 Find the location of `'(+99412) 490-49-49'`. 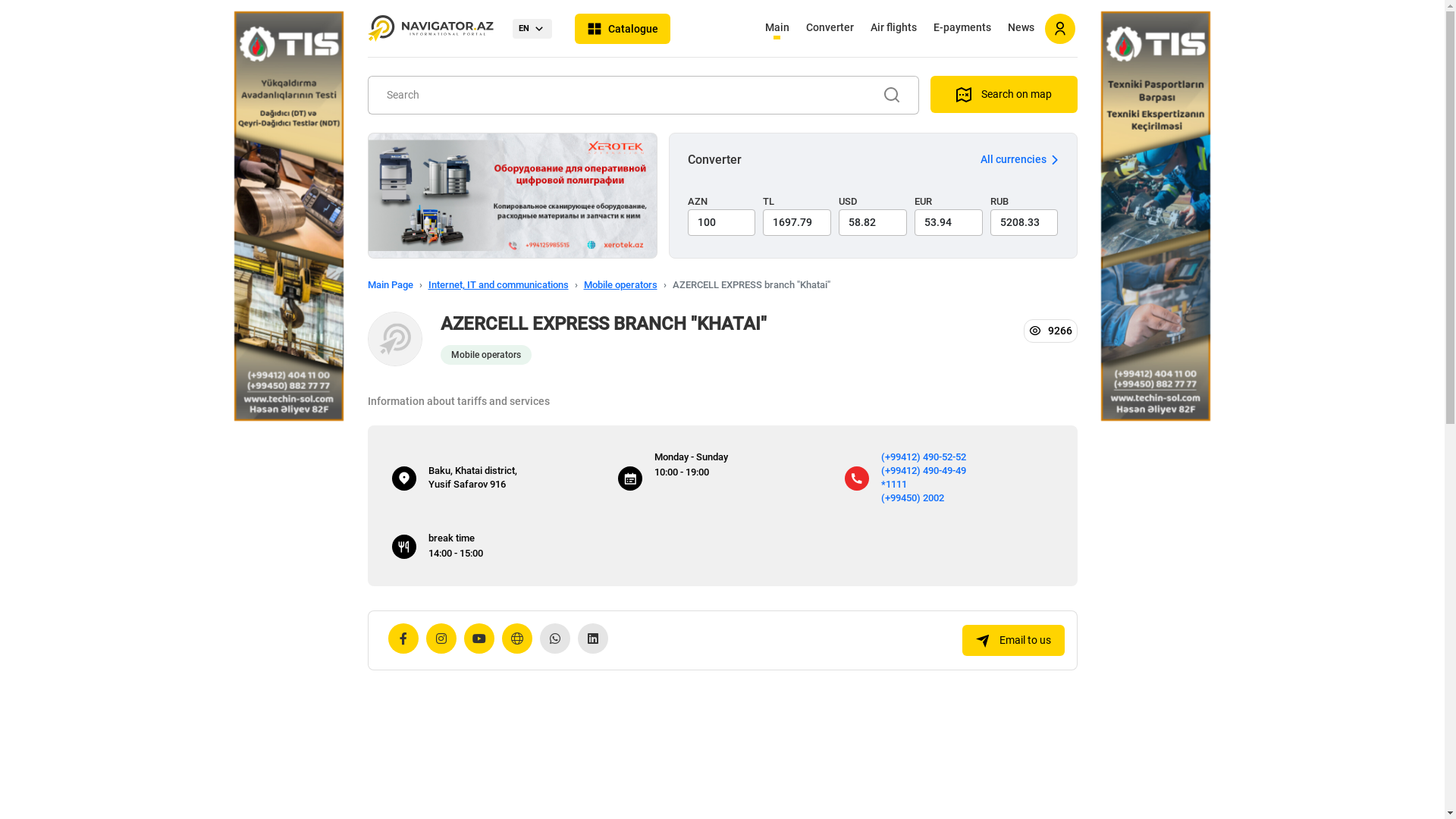

'(+99412) 490-49-49' is located at coordinates (923, 469).